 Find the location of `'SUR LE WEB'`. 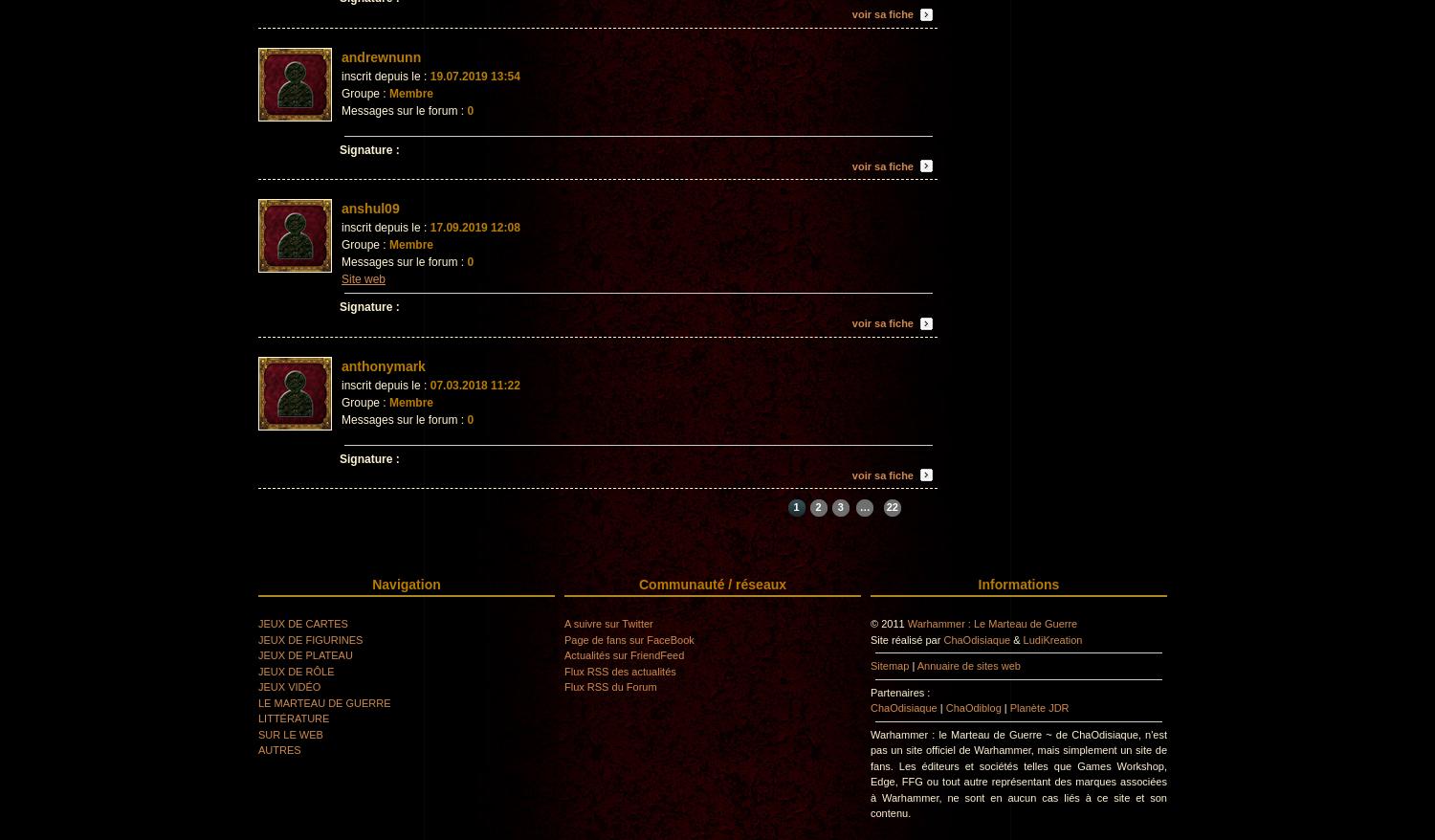

'SUR LE WEB' is located at coordinates (290, 734).